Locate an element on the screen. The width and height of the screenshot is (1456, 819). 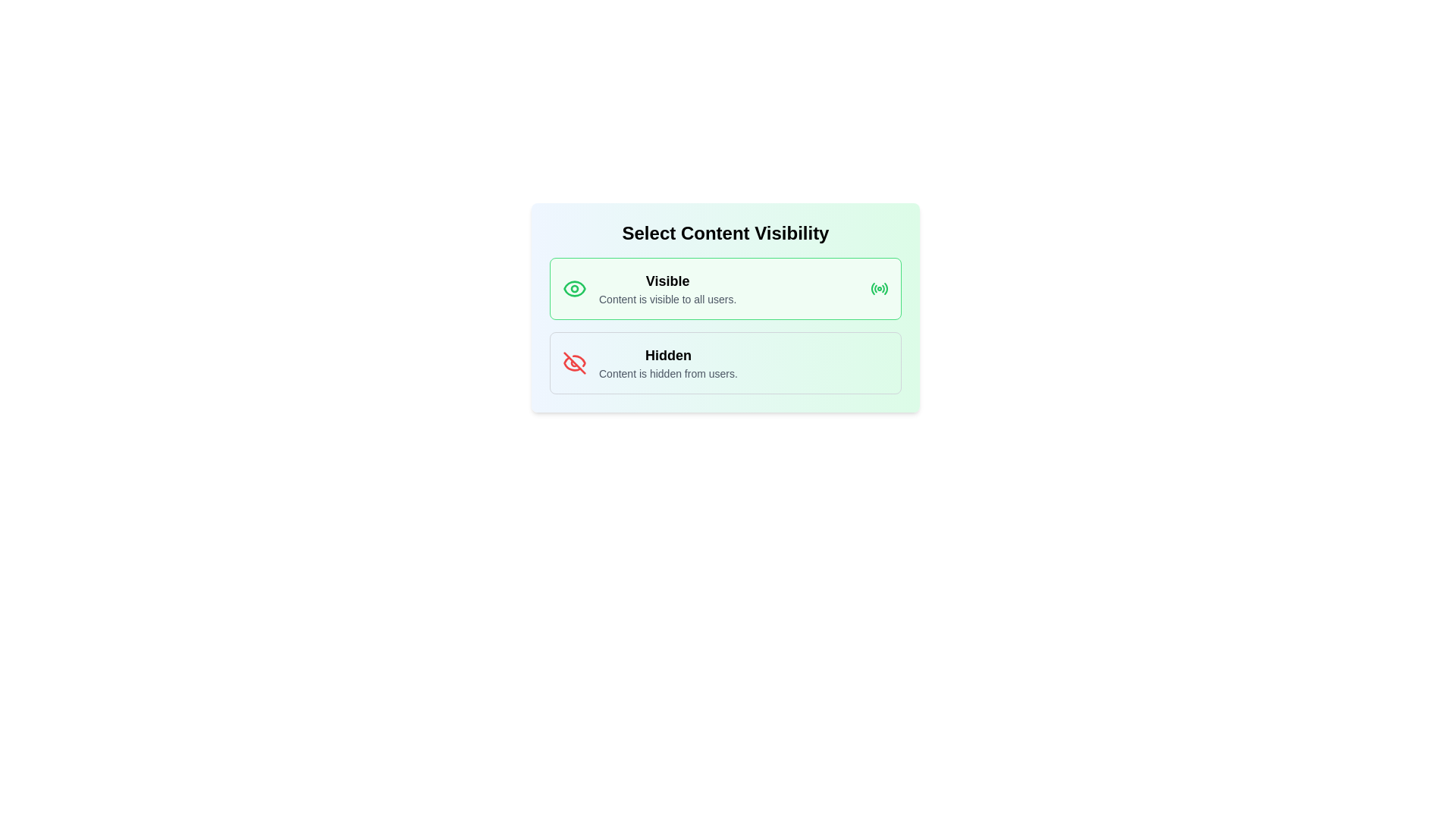
the 'Hidden' visibility option button, which is a rectangular UI component with a white background, a red eye-slash icon, and bold black 'Hidden' text is located at coordinates (724, 362).